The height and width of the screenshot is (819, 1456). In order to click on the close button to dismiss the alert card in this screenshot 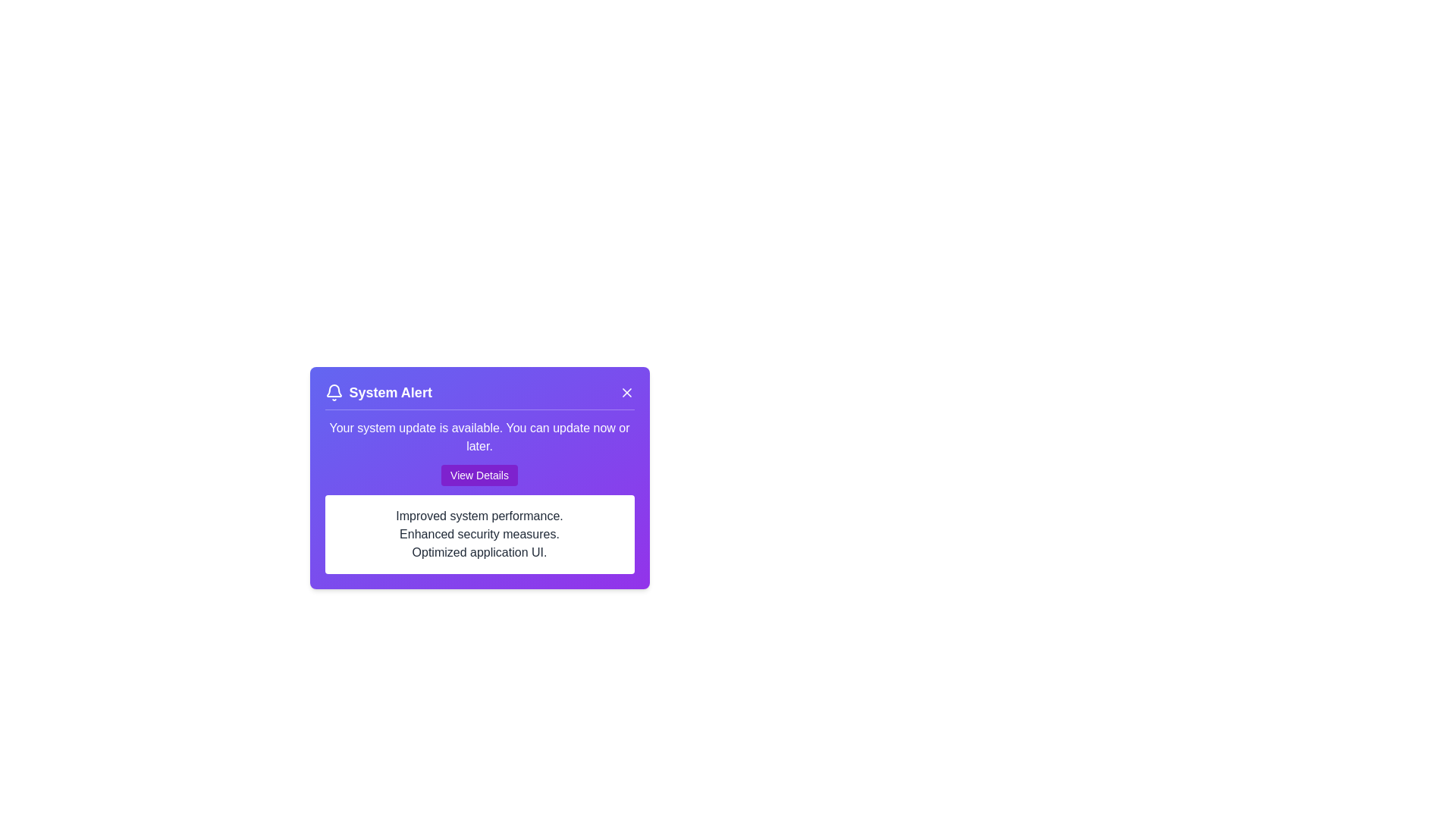, I will do `click(626, 391)`.